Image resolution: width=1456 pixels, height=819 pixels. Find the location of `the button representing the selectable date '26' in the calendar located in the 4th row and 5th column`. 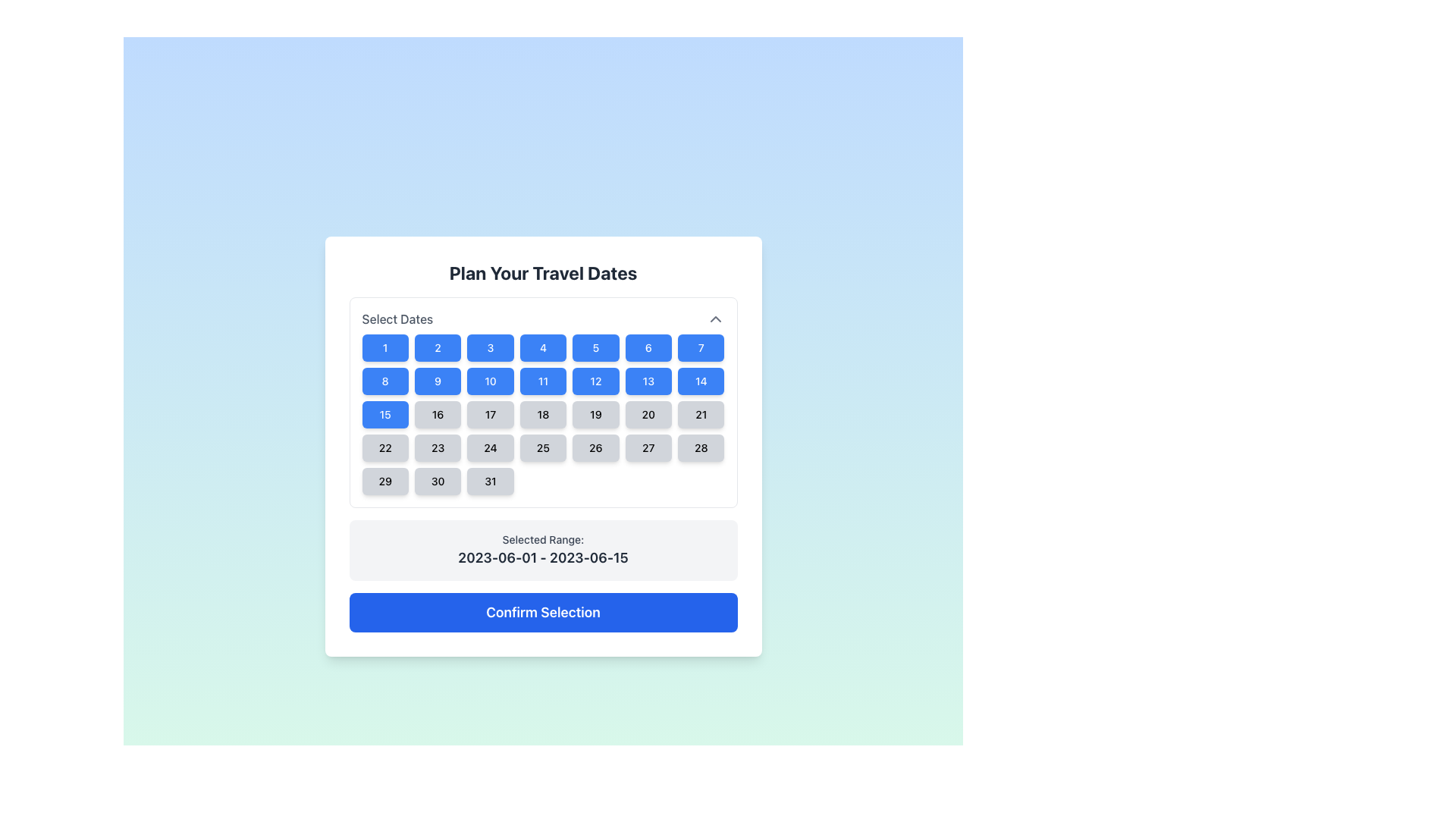

the button representing the selectable date '26' in the calendar located in the 4th row and 5th column is located at coordinates (595, 447).